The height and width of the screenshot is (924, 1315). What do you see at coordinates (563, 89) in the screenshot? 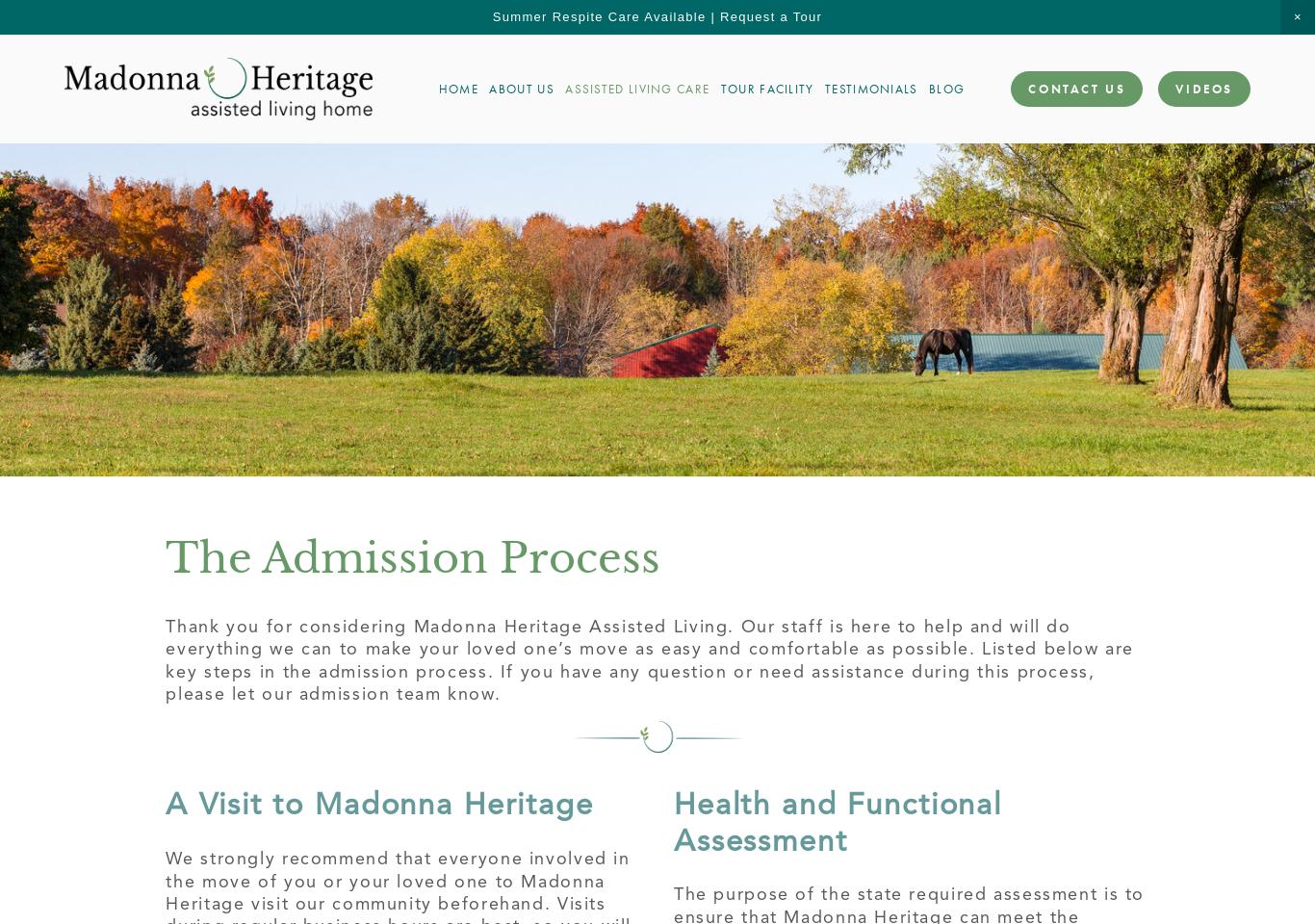
I see `'Assisted Living Care'` at bounding box center [563, 89].